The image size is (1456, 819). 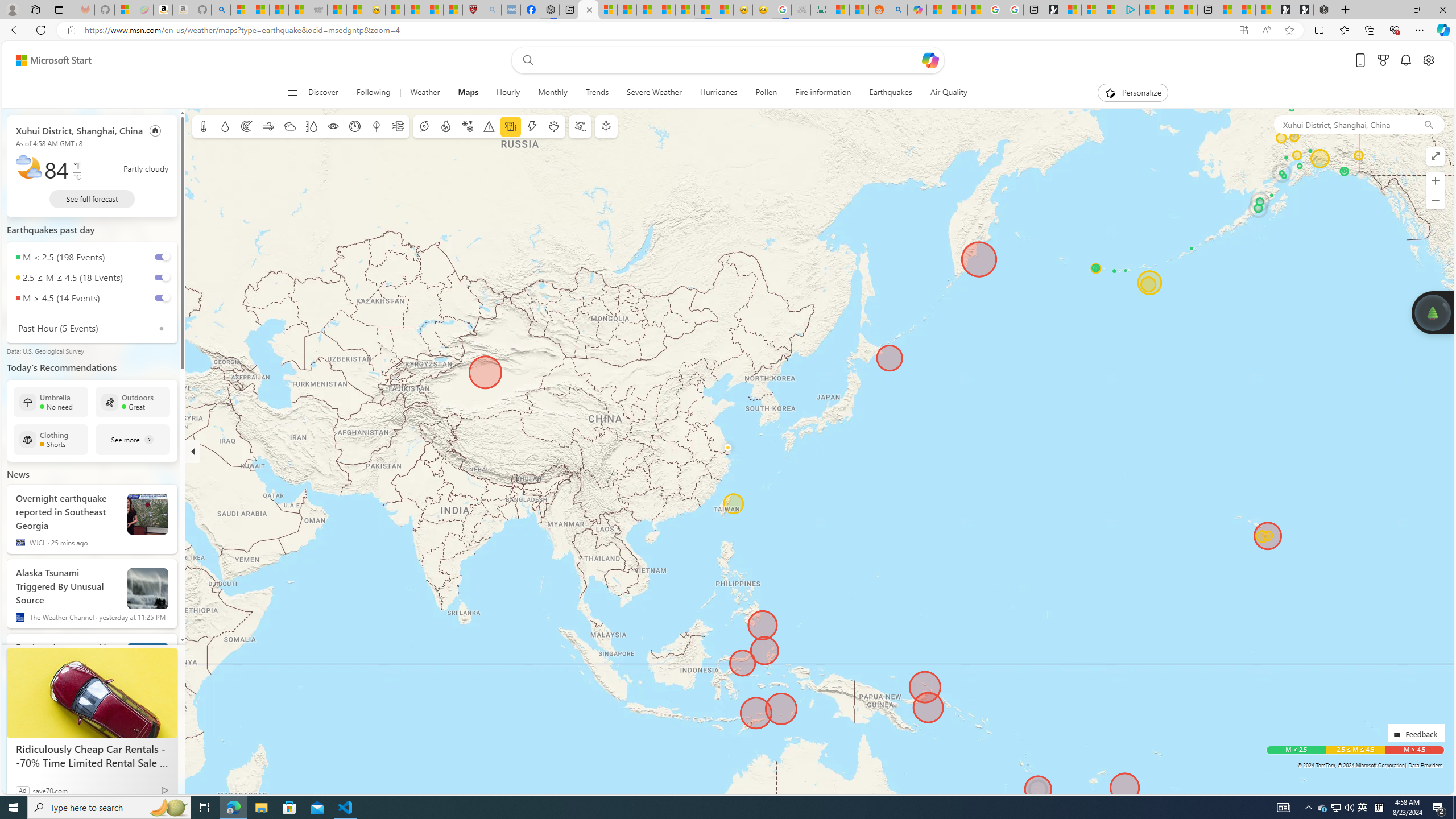 I want to click on 'Navy Quest', so click(x=800, y=9).